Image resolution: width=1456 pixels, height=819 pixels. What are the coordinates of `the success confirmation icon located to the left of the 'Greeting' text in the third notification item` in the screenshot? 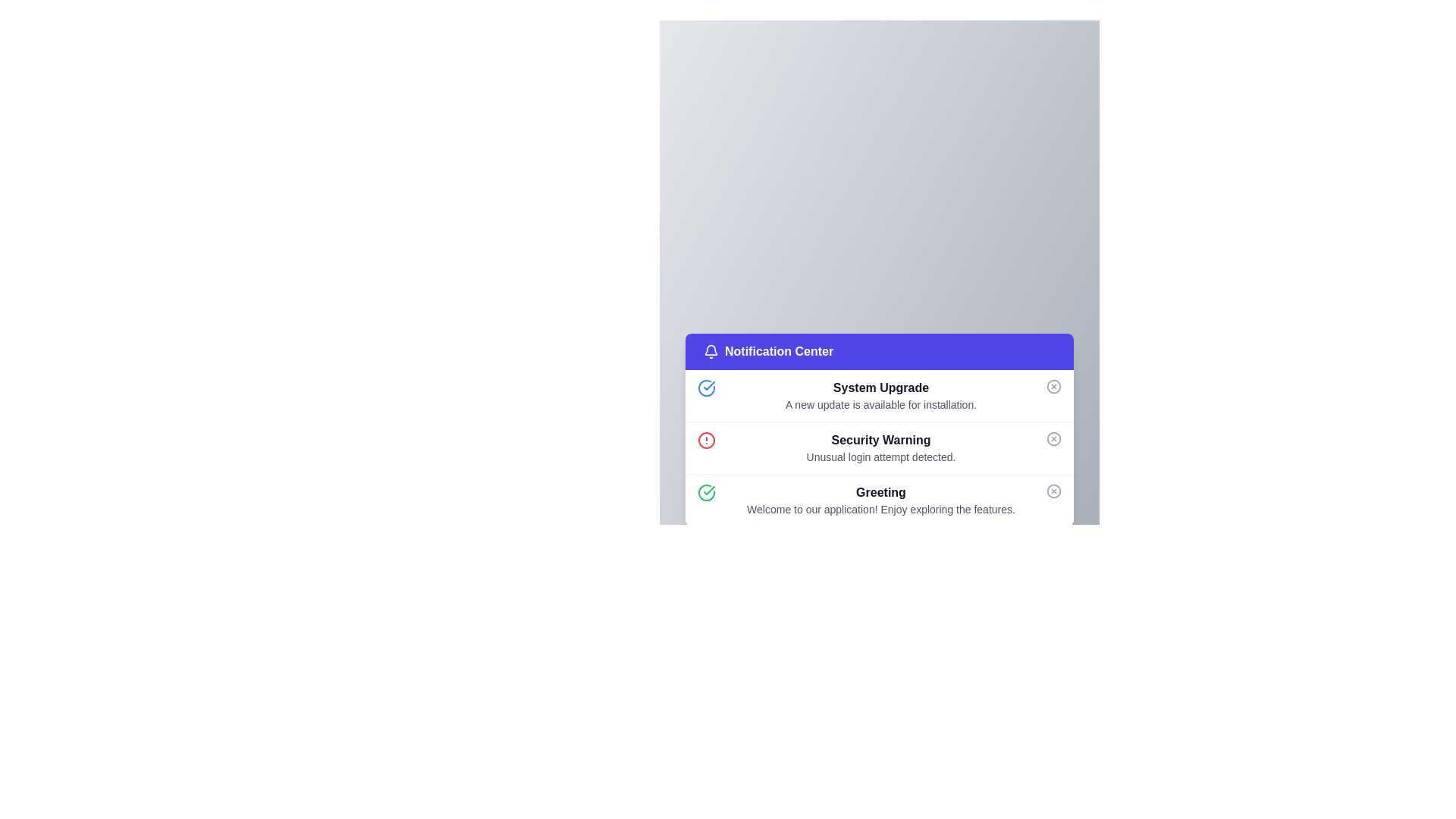 It's located at (705, 493).